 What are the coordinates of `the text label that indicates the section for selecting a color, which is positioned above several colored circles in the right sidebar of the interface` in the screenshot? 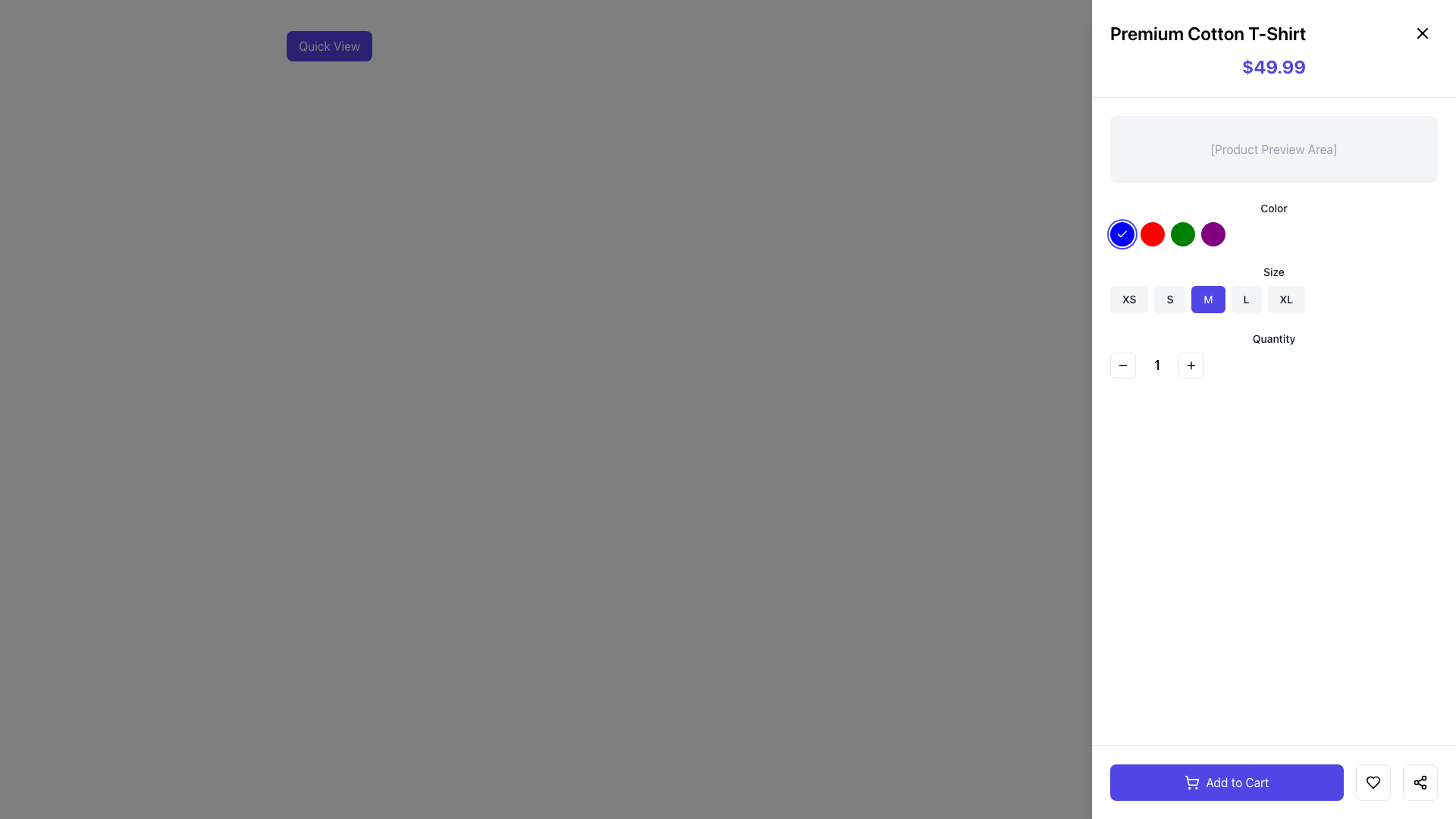 It's located at (1274, 208).